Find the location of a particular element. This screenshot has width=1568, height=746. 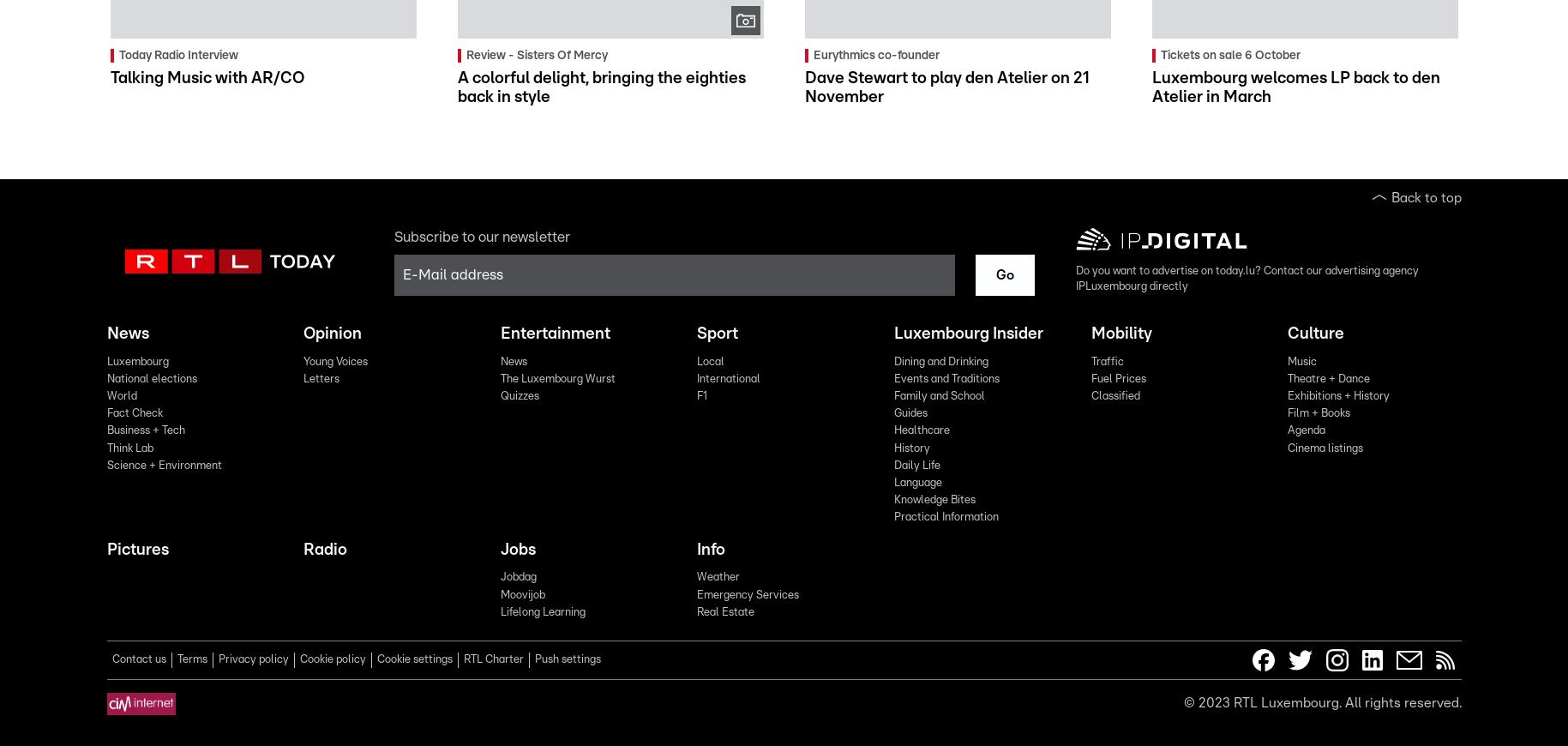

'Do you want to advertise on today.lu? Contact our advertising agency IPLuxembourg directly' is located at coordinates (1246, 278).